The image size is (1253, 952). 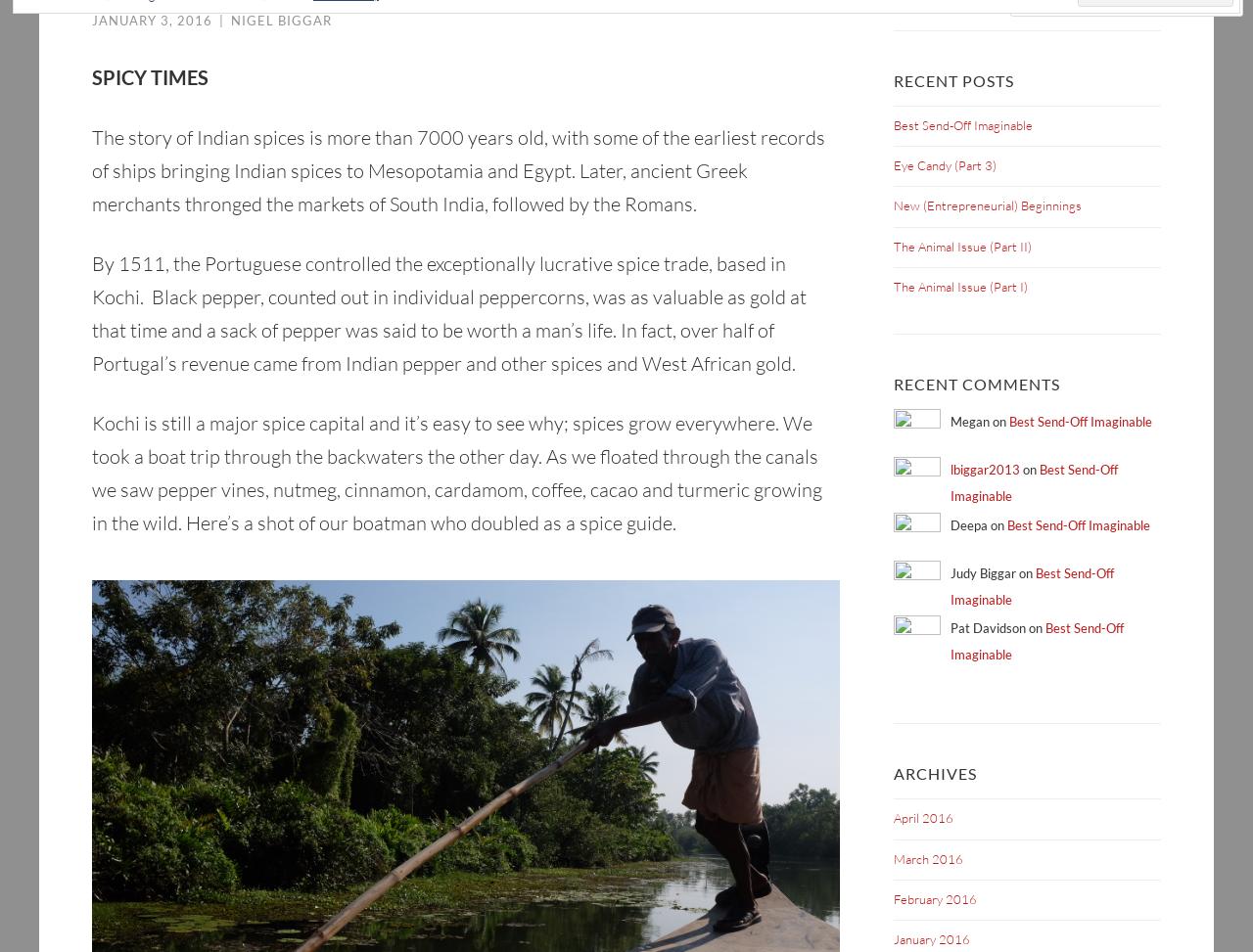 I want to click on 'The Animal Issue (Part II)', so click(x=962, y=245).